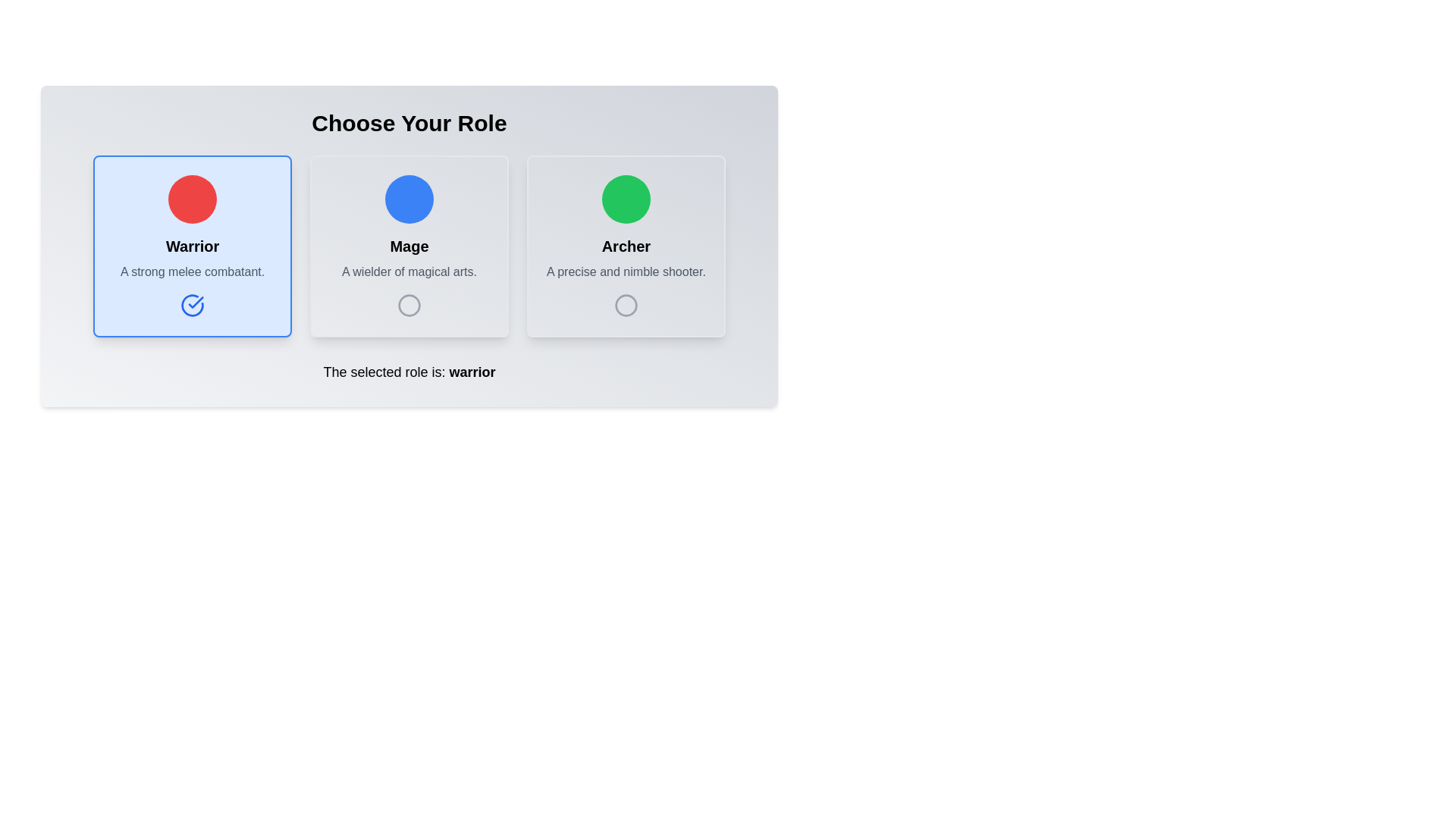  Describe the element at coordinates (192, 305) in the screenshot. I see `on the circular selection icon with a blue border and checkmark inside, located below the 'Warrior' text in the selection card` at that location.